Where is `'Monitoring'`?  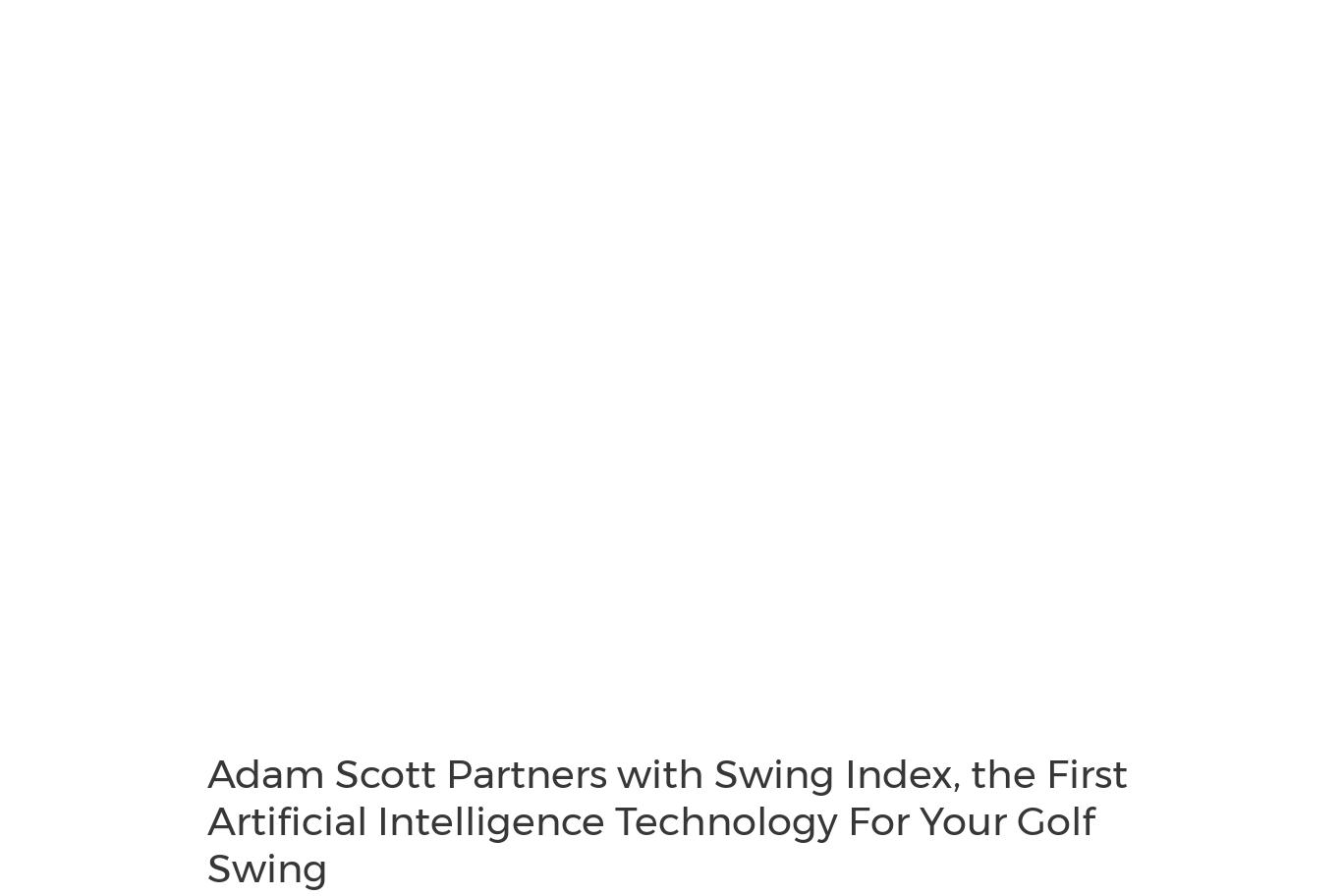
'Monitoring' is located at coordinates (77, 165).